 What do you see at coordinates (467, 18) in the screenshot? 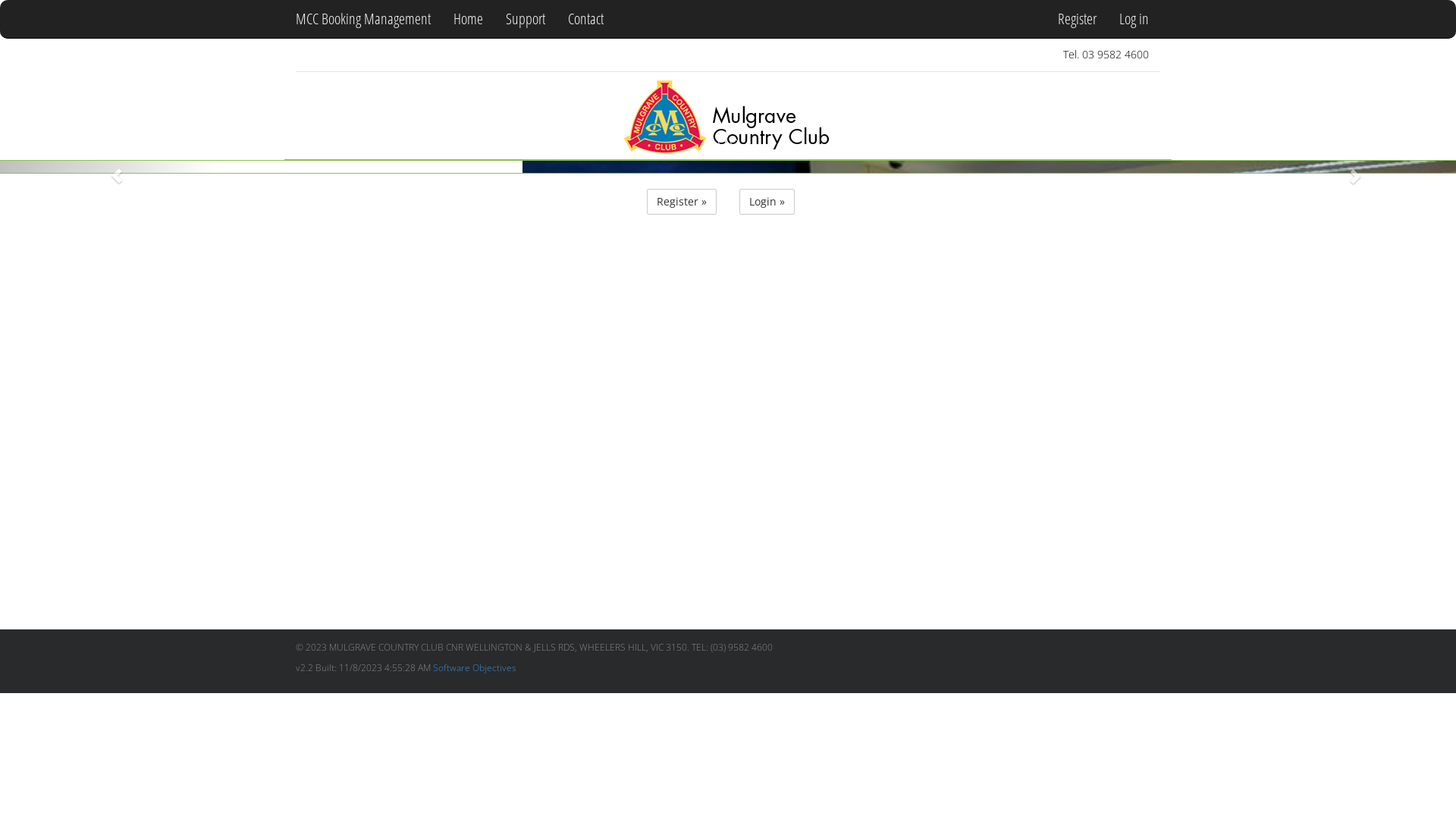
I see `'Home'` at bounding box center [467, 18].